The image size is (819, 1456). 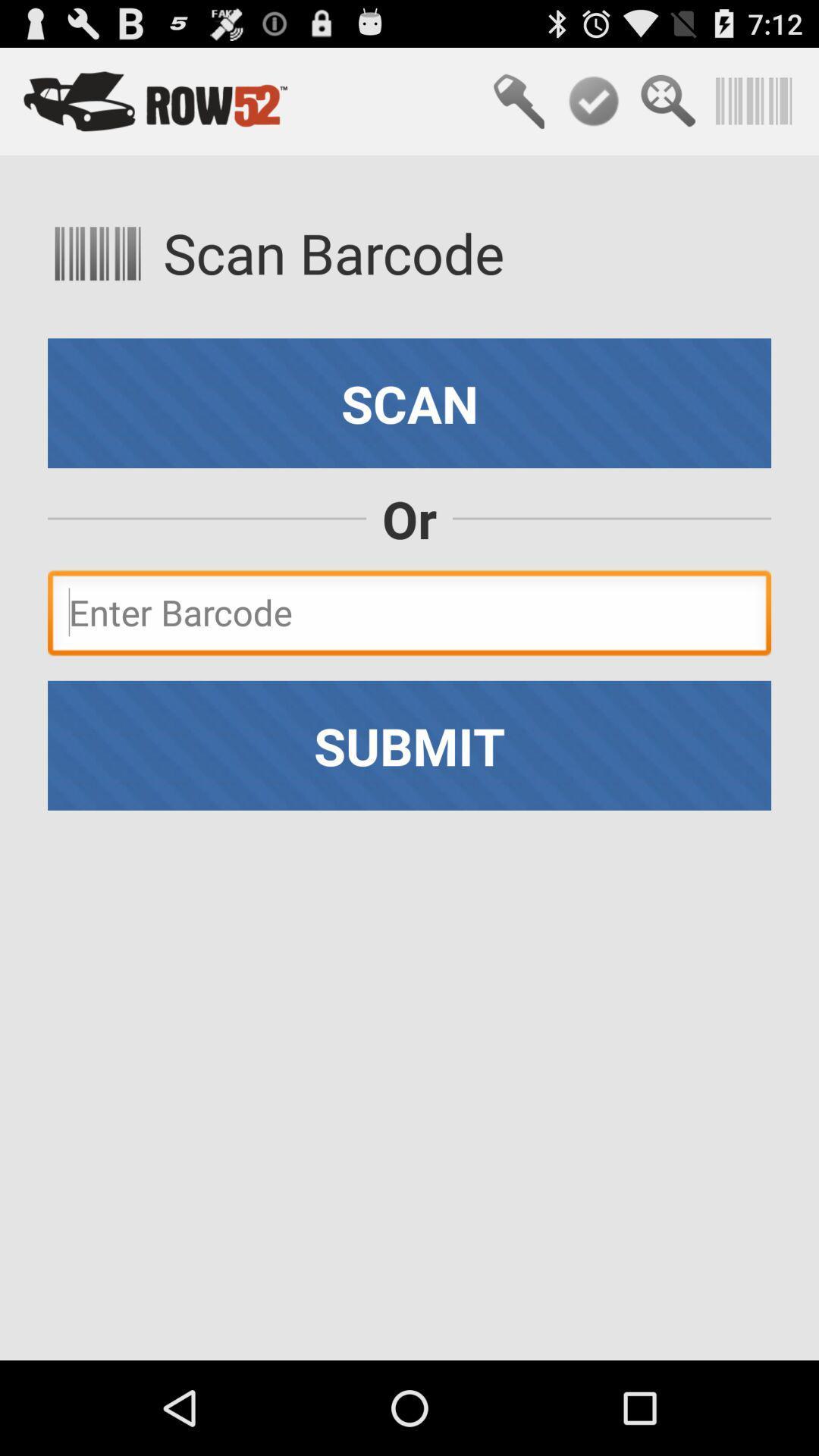 What do you see at coordinates (593, 108) in the screenshot?
I see `the check icon` at bounding box center [593, 108].